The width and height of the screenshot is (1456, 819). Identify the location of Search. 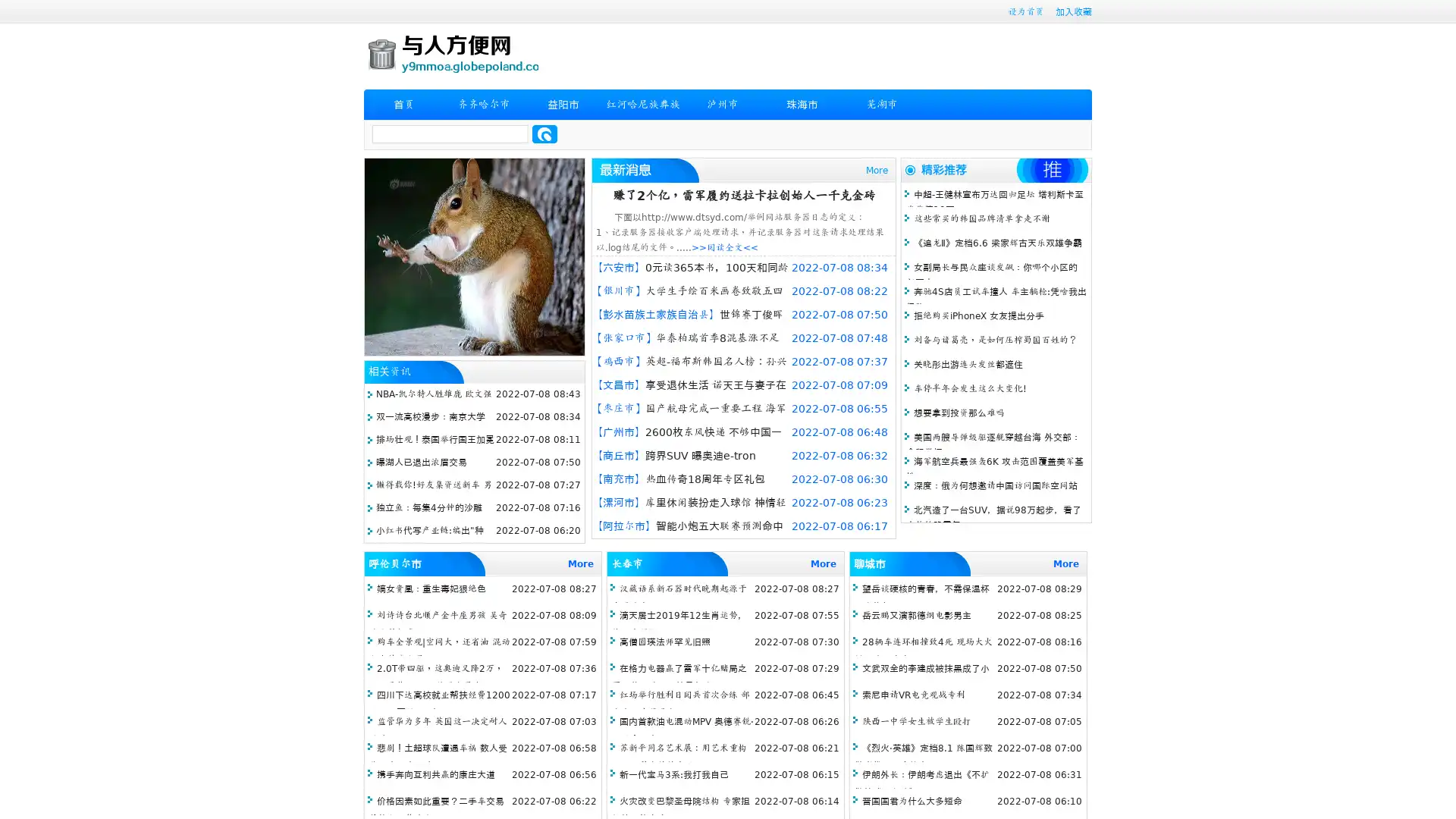
(544, 133).